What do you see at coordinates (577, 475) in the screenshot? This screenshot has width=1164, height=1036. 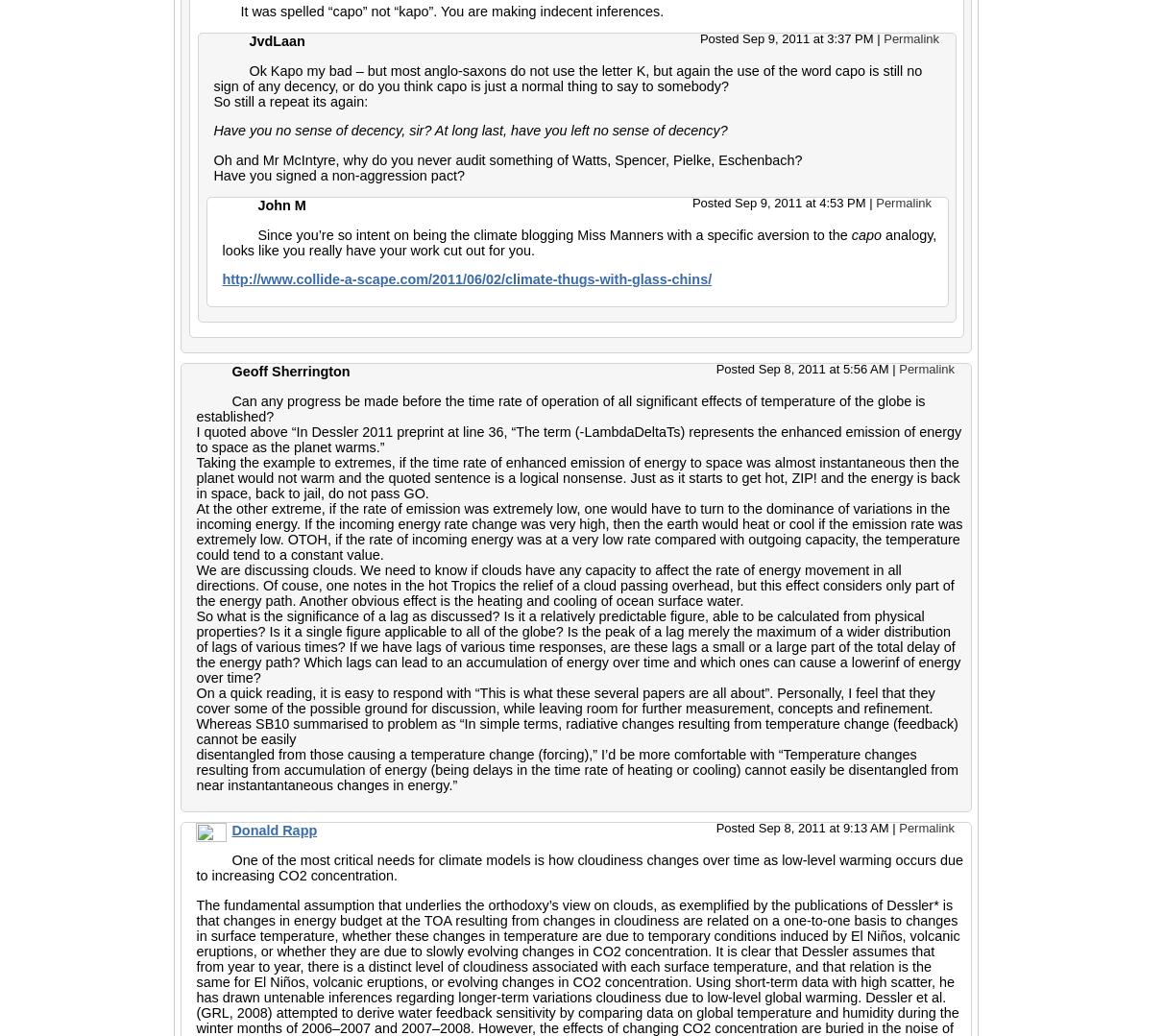 I see `'Taking the example to extremes, if the time rate of enhanced emission of energy to space was almost instantaneous then the planet would not warm and the quoted sentence is a logical nonsense. Just as it starts to get hot, ZIP! and the energy is back in space, back to jail, do not pass GO.'` at bounding box center [577, 475].